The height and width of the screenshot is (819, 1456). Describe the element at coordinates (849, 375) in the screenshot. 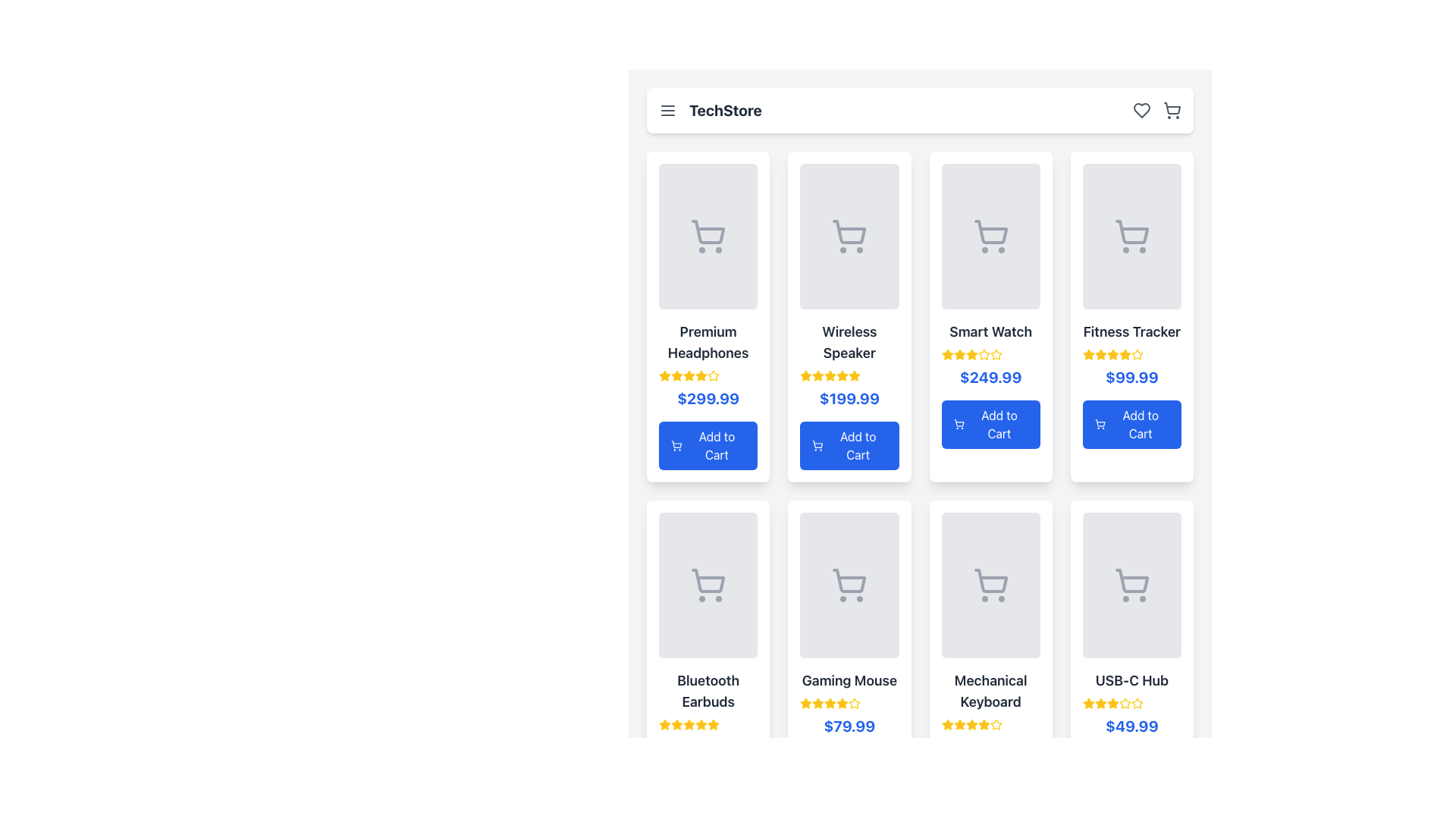

I see `the row of yellow star icons indicating a 3.5-star rating for the 'Wireless Speaker', positioned beneath the title and above the price` at that location.